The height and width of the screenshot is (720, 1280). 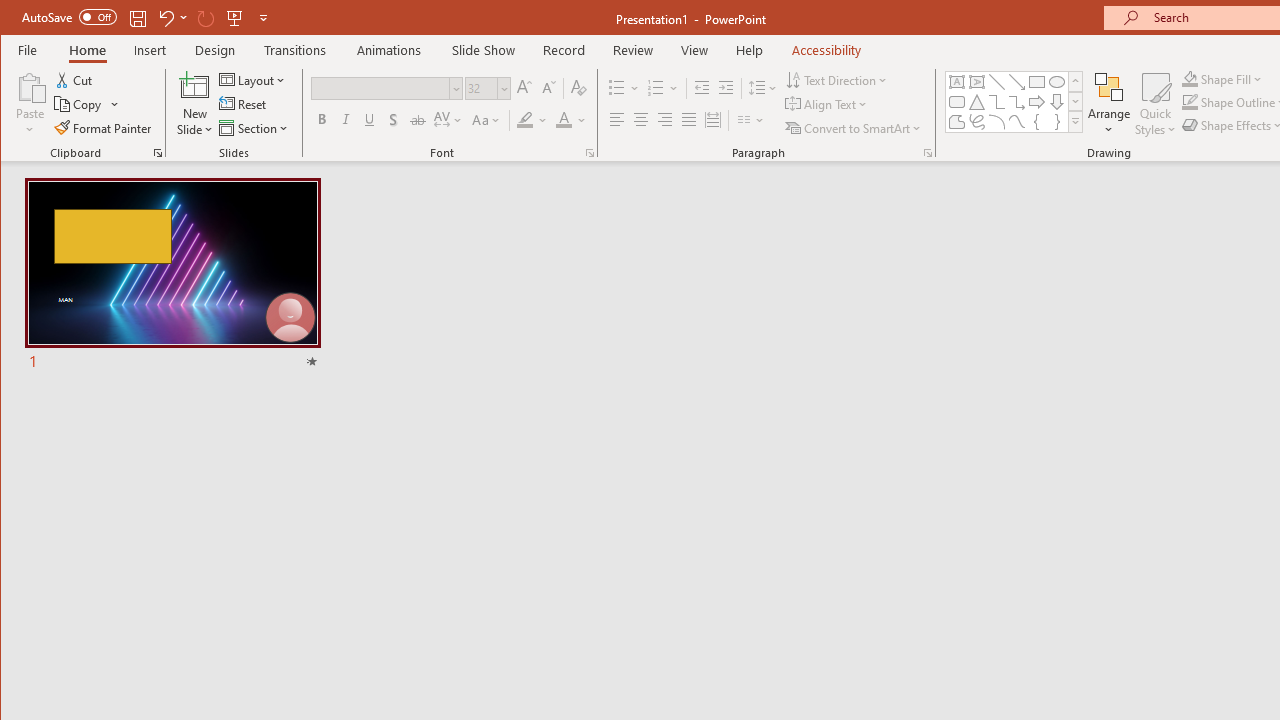 I want to click on 'Line Arrow', so click(x=1016, y=81).